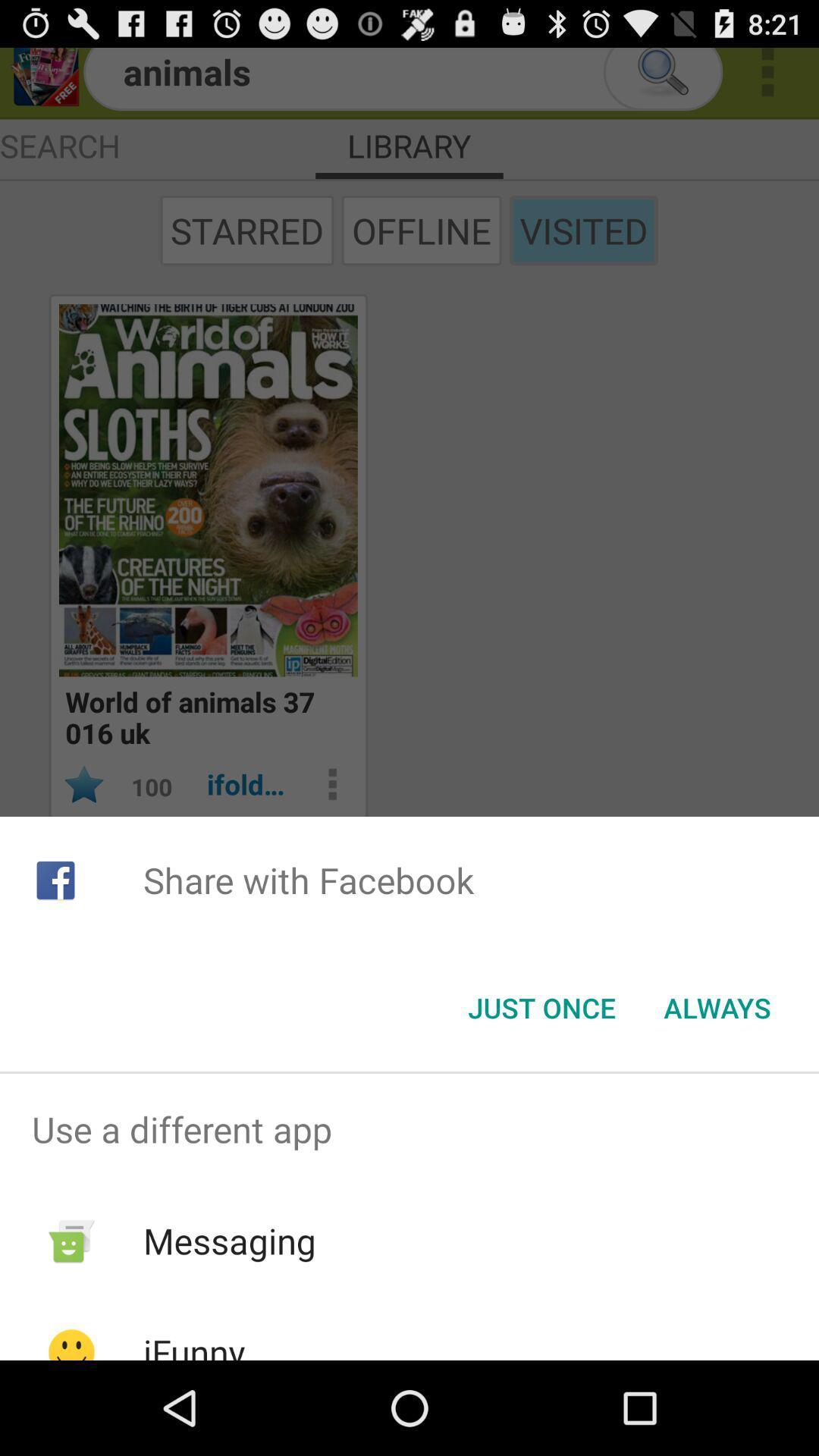 The image size is (819, 1456). What do you see at coordinates (409, 1129) in the screenshot?
I see `use a different app` at bounding box center [409, 1129].